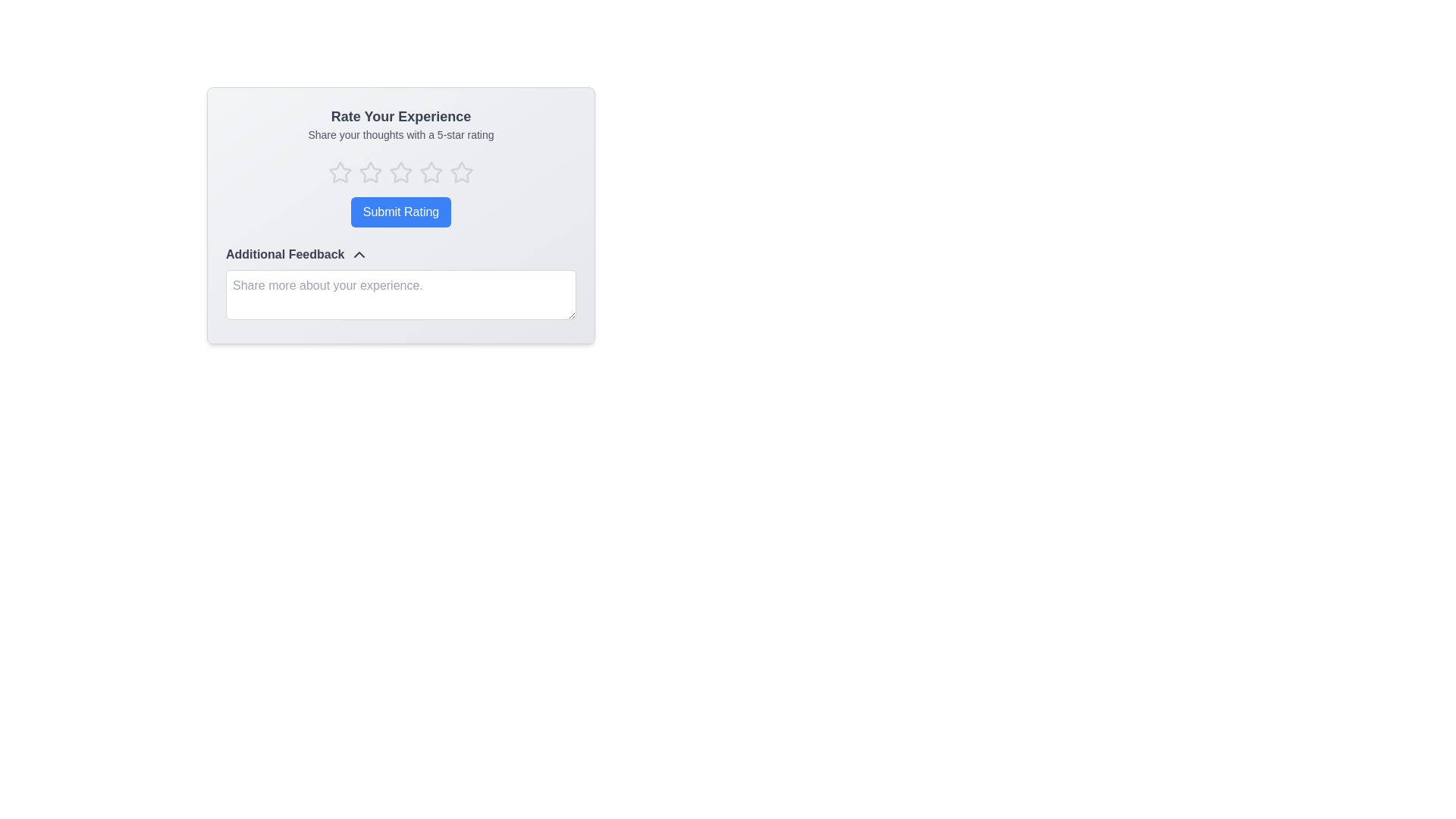 Image resolution: width=1456 pixels, height=819 pixels. What do you see at coordinates (400, 285) in the screenshot?
I see `the Text input field for providing extra feedback located below the 'Submit Rating' button in the 'Rate Your Experience' section` at bounding box center [400, 285].